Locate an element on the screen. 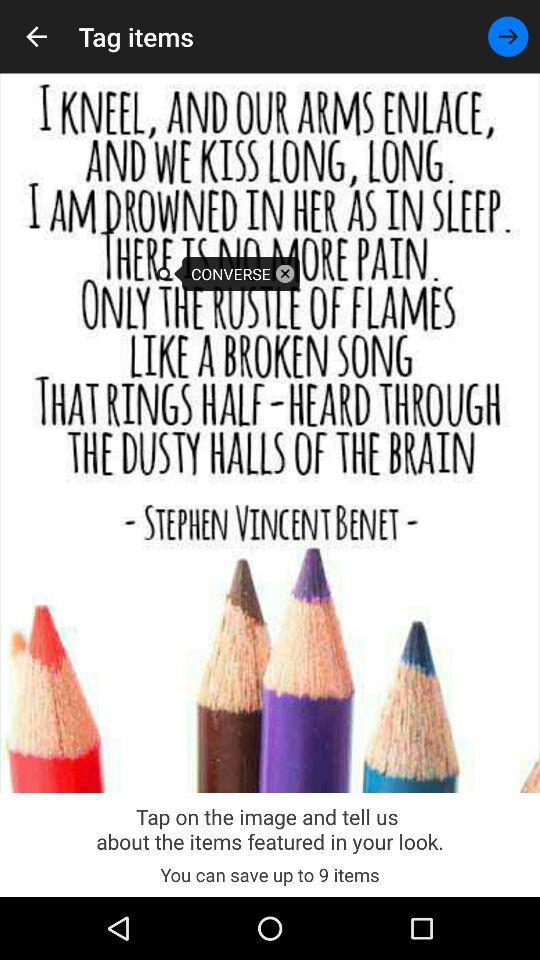  delete button is located at coordinates (284, 272).